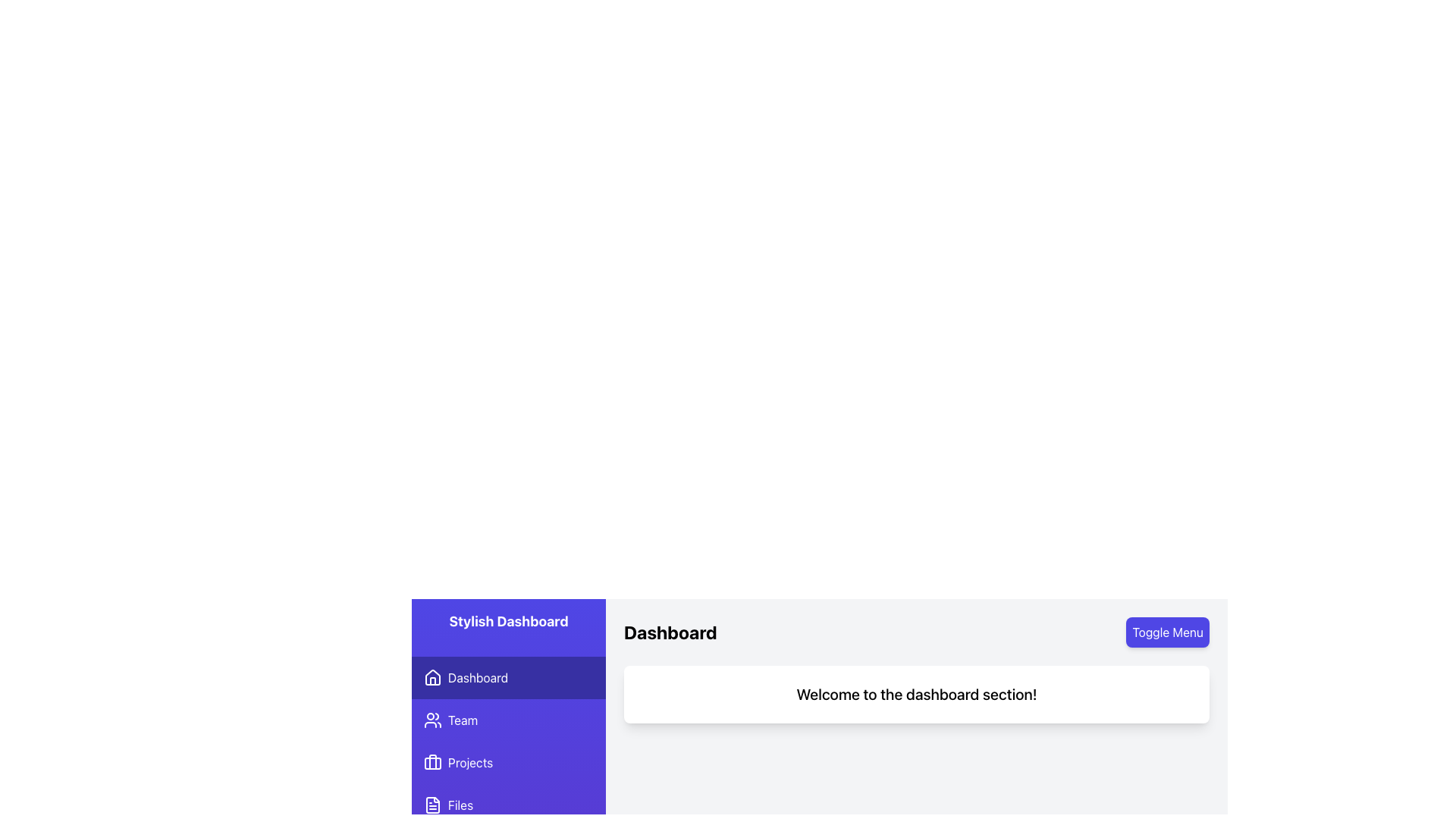  What do you see at coordinates (432, 763) in the screenshot?
I see `the Decorative Icon that serves as a visual indicator for the 'Projects' menu item in the sidebar` at bounding box center [432, 763].